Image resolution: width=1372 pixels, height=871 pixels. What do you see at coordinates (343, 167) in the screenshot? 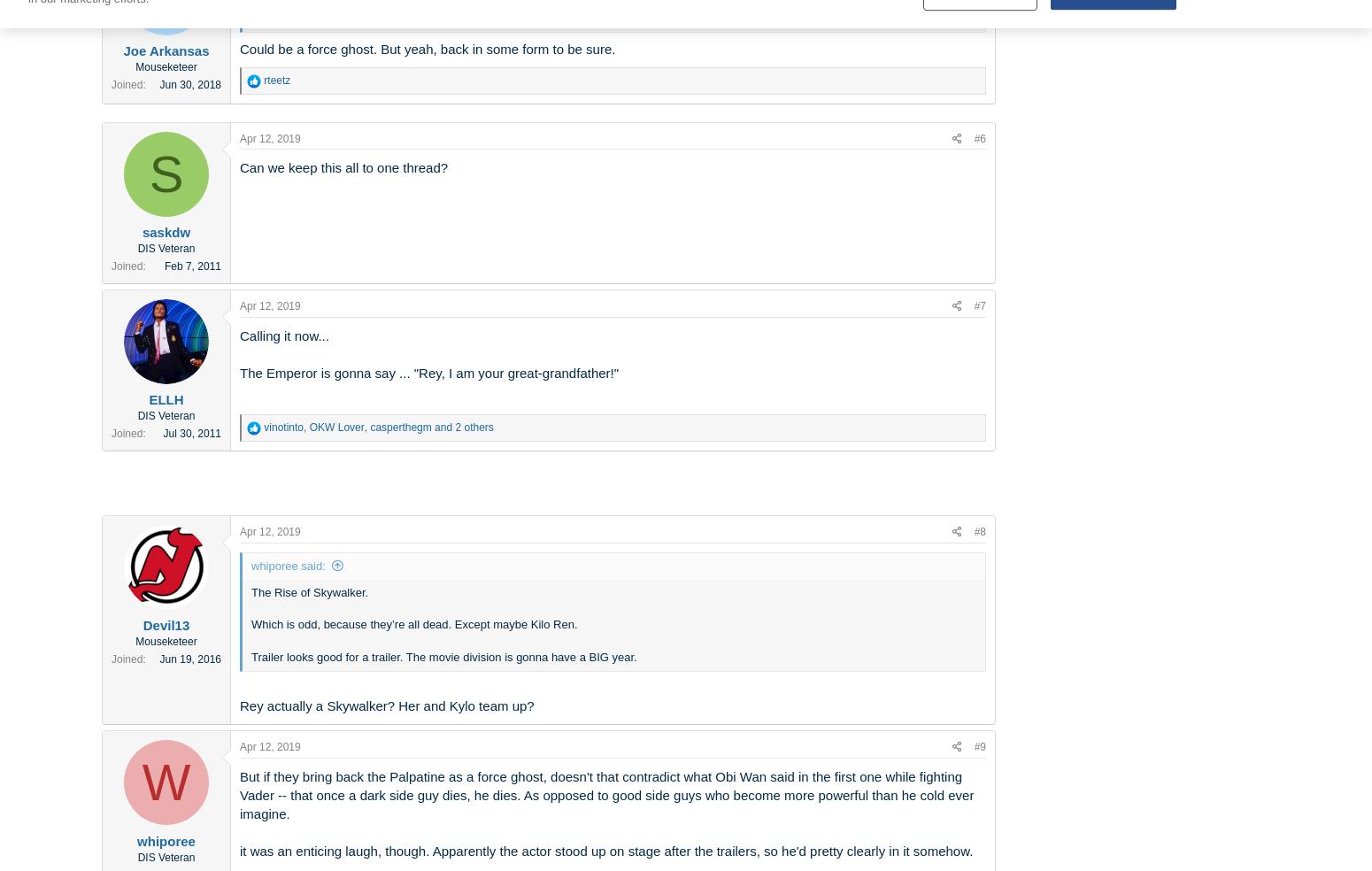
I see `'Can we keep this all to one thread?'` at bounding box center [343, 167].